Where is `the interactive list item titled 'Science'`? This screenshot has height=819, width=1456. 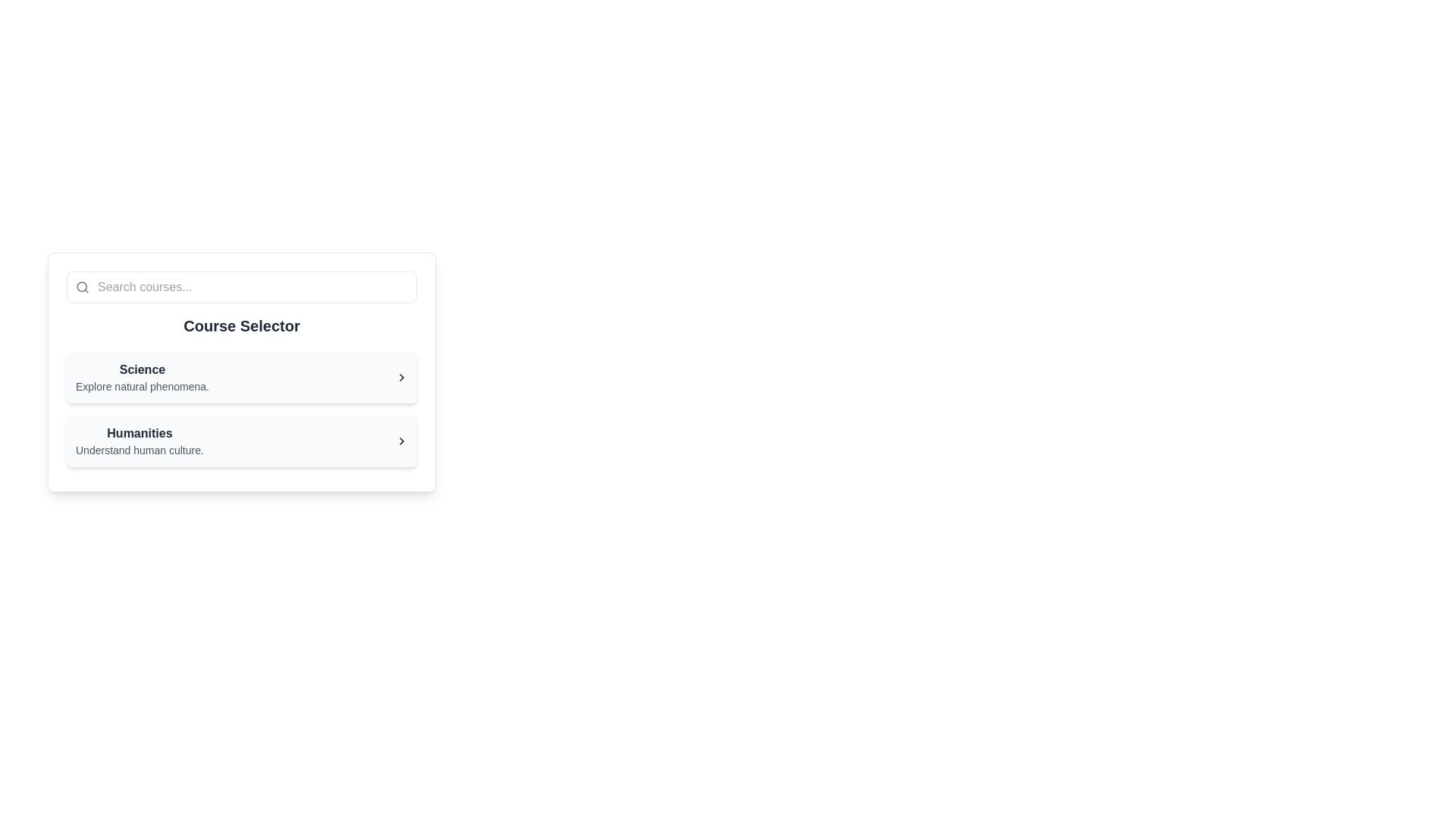
the interactive list item titled 'Science' is located at coordinates (142, 376).